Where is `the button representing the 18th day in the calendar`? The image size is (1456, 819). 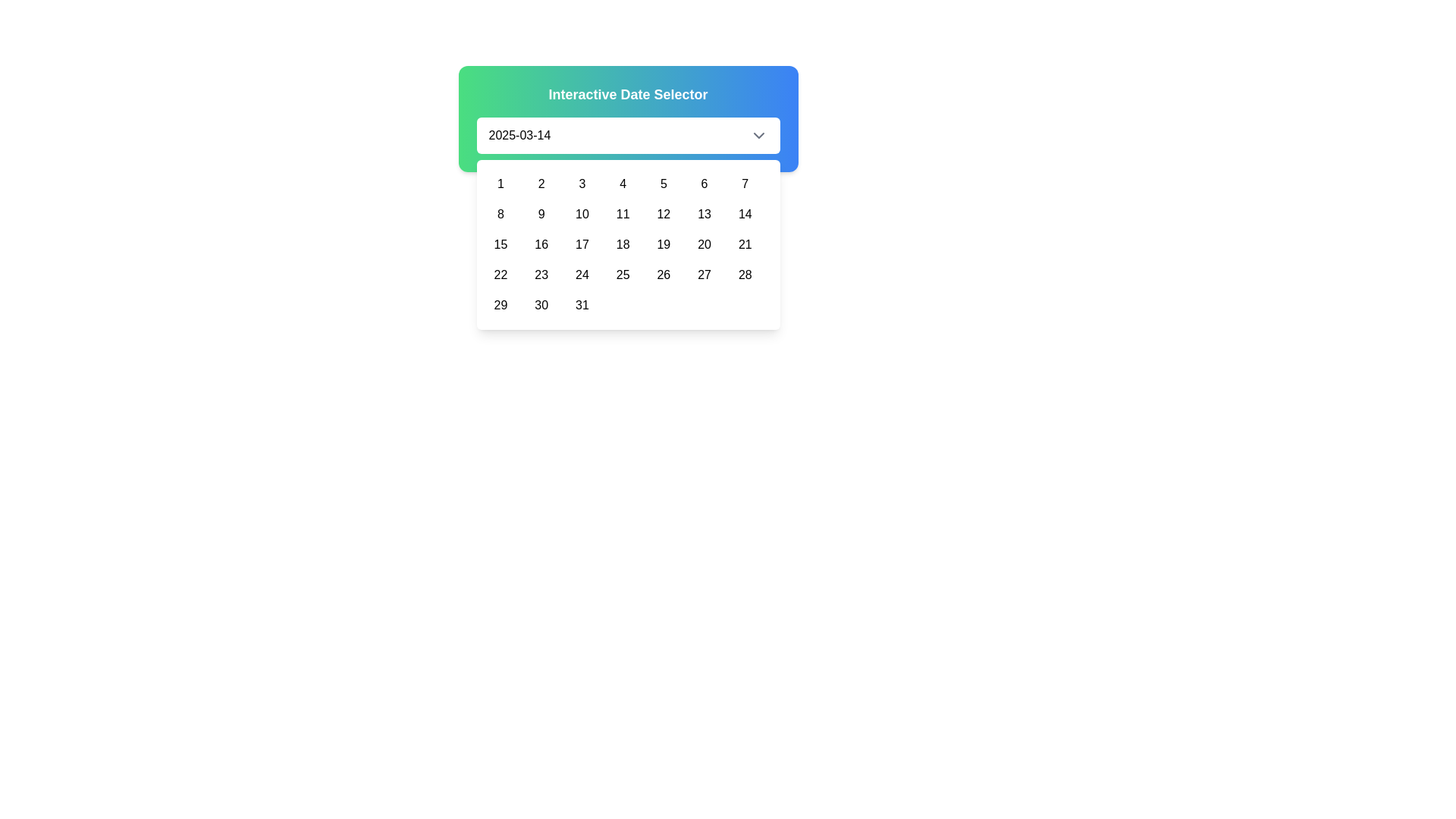
the button representing the 18th day in the calendar is located at coordinates (623, 244).